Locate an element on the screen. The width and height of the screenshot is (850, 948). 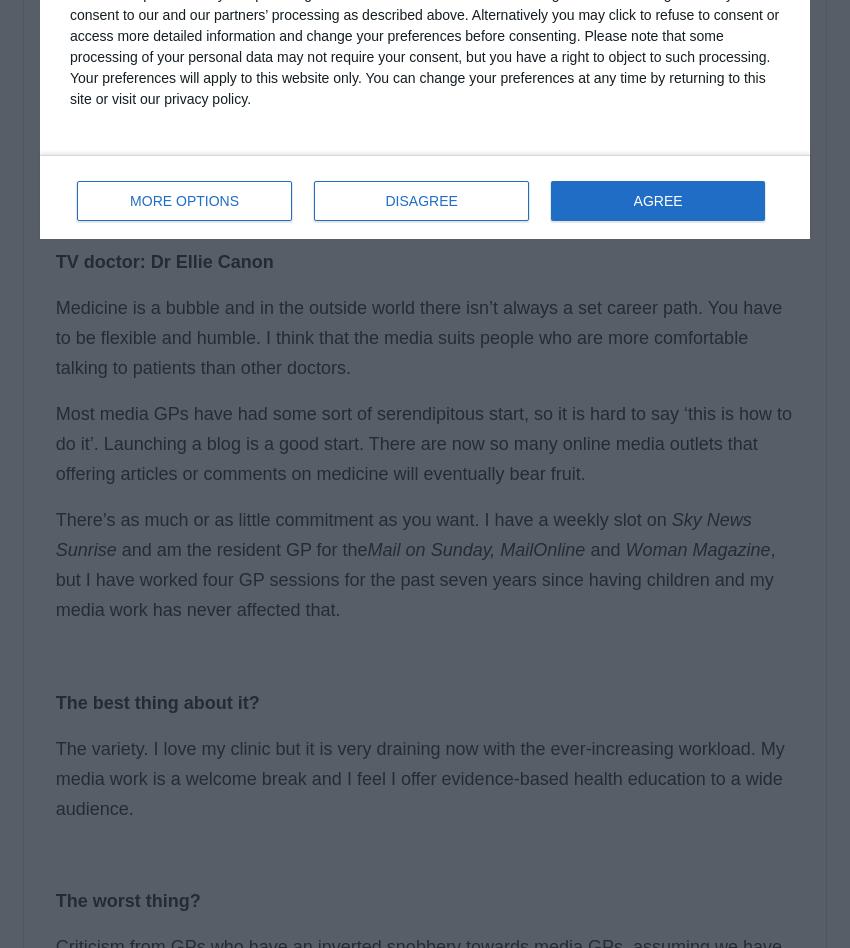
'Medicine is a bubble and in the outside world there isn’t always a set career path. You have to be flexible and humble. I think that the media suits people who are more comfortable talking to patients than other doctors.' is located at coordinates (418, 337).